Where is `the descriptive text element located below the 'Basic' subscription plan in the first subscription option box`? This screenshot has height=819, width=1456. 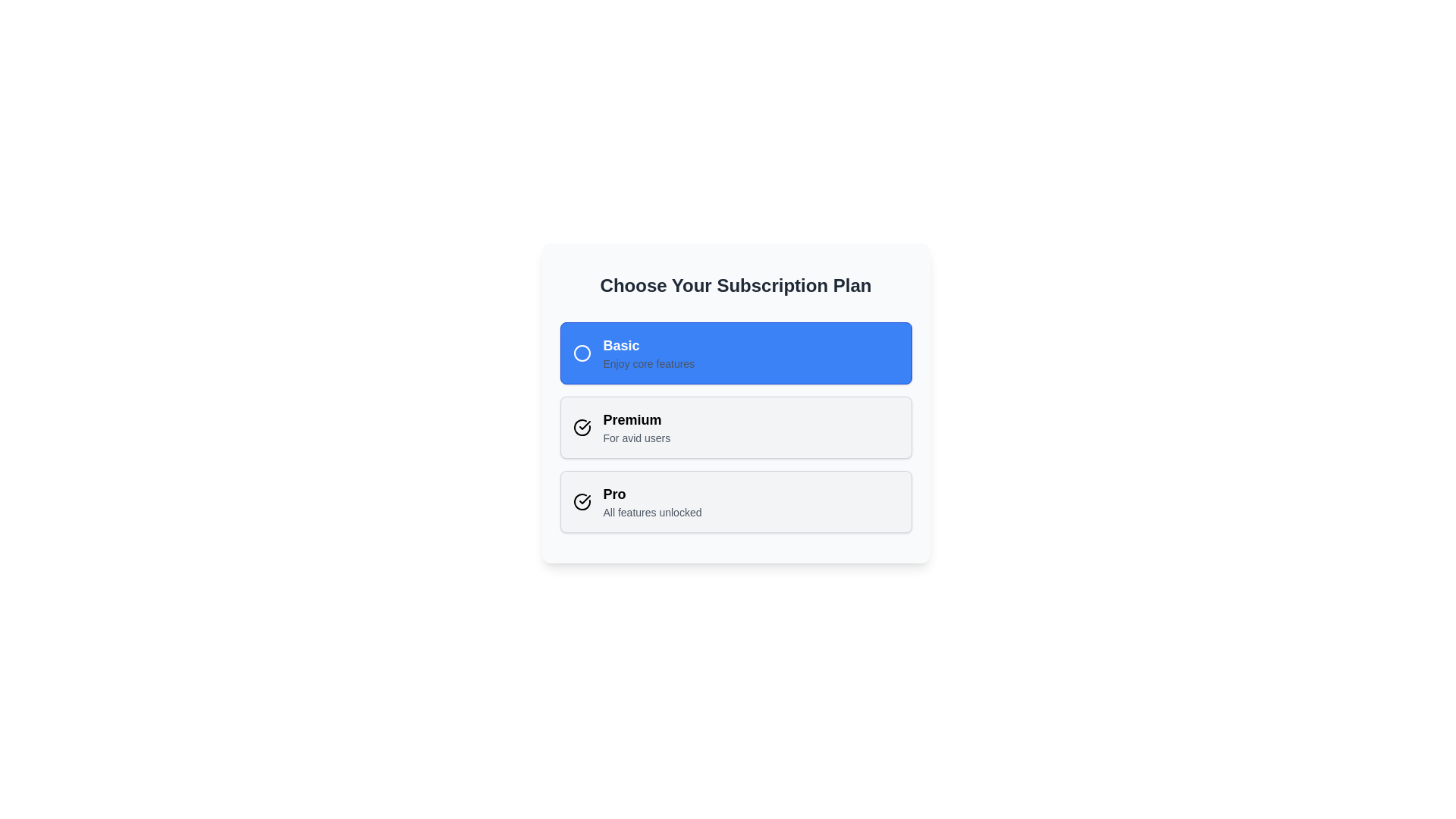
the descriptive text element located below the 'Basic' subscription plan in the first subscription option box is located at coordinates (648, 363).